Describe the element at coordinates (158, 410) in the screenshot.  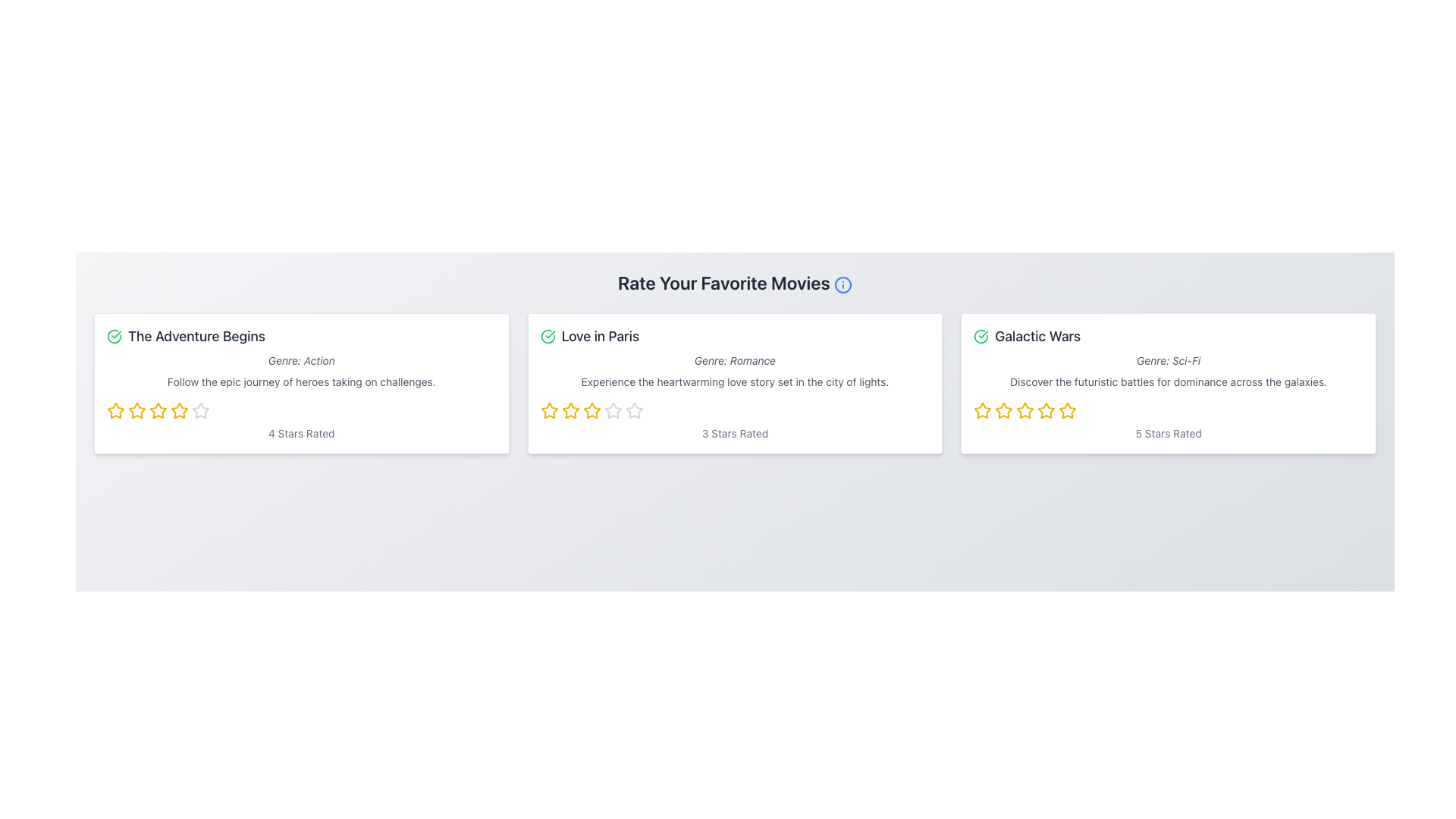
I see `the second star icon from the left in the horizontal group of star icons at the bottom of the card titled 'The Adventure Begins'` at that location.